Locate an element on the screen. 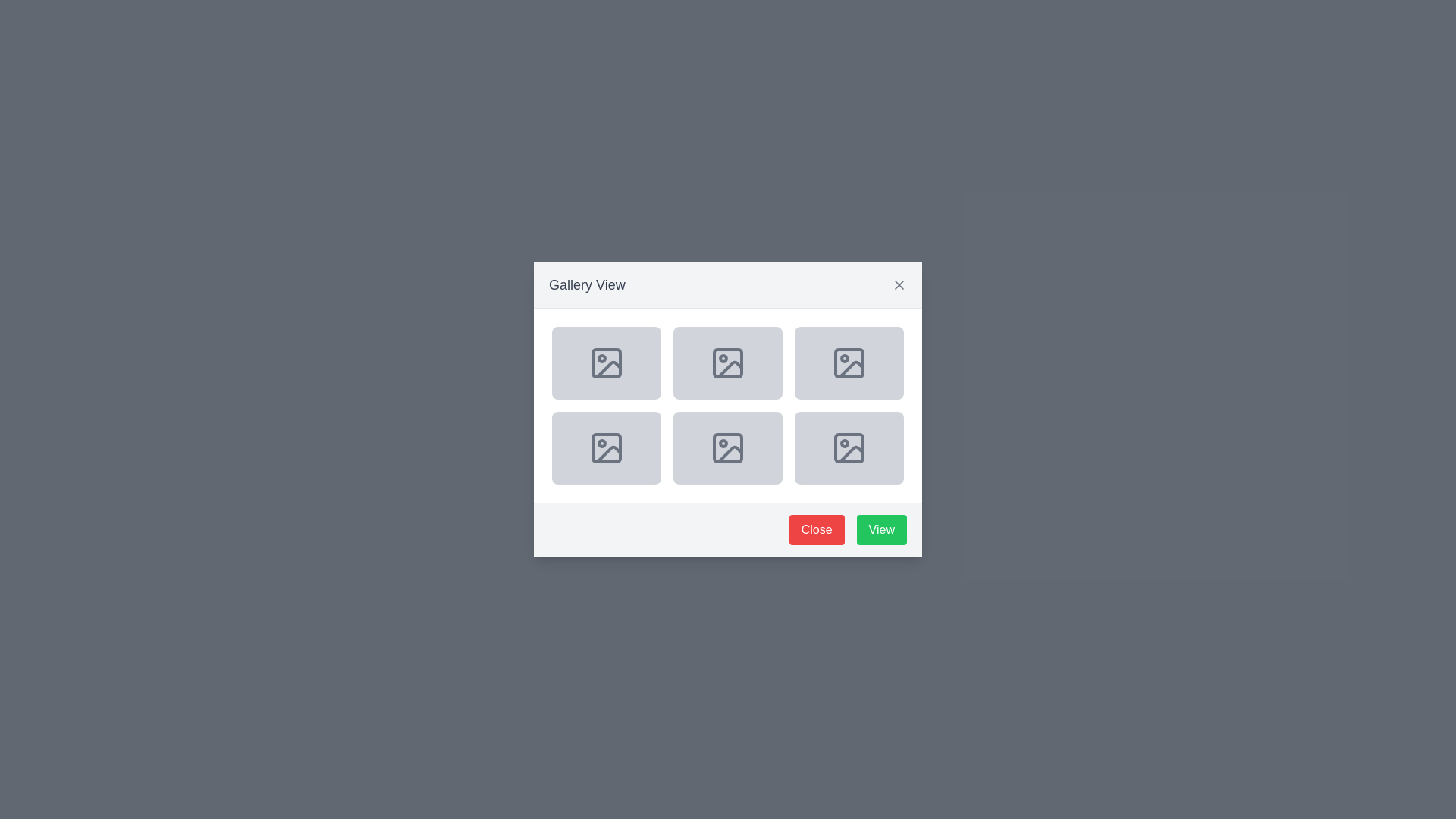 Image resolution: width=1456 pixels, height=819 pixels. the 'Gallery View' text label located at the top left of the modal interface, styled in medium font weight and gray color is located at coordinates (586, 284).